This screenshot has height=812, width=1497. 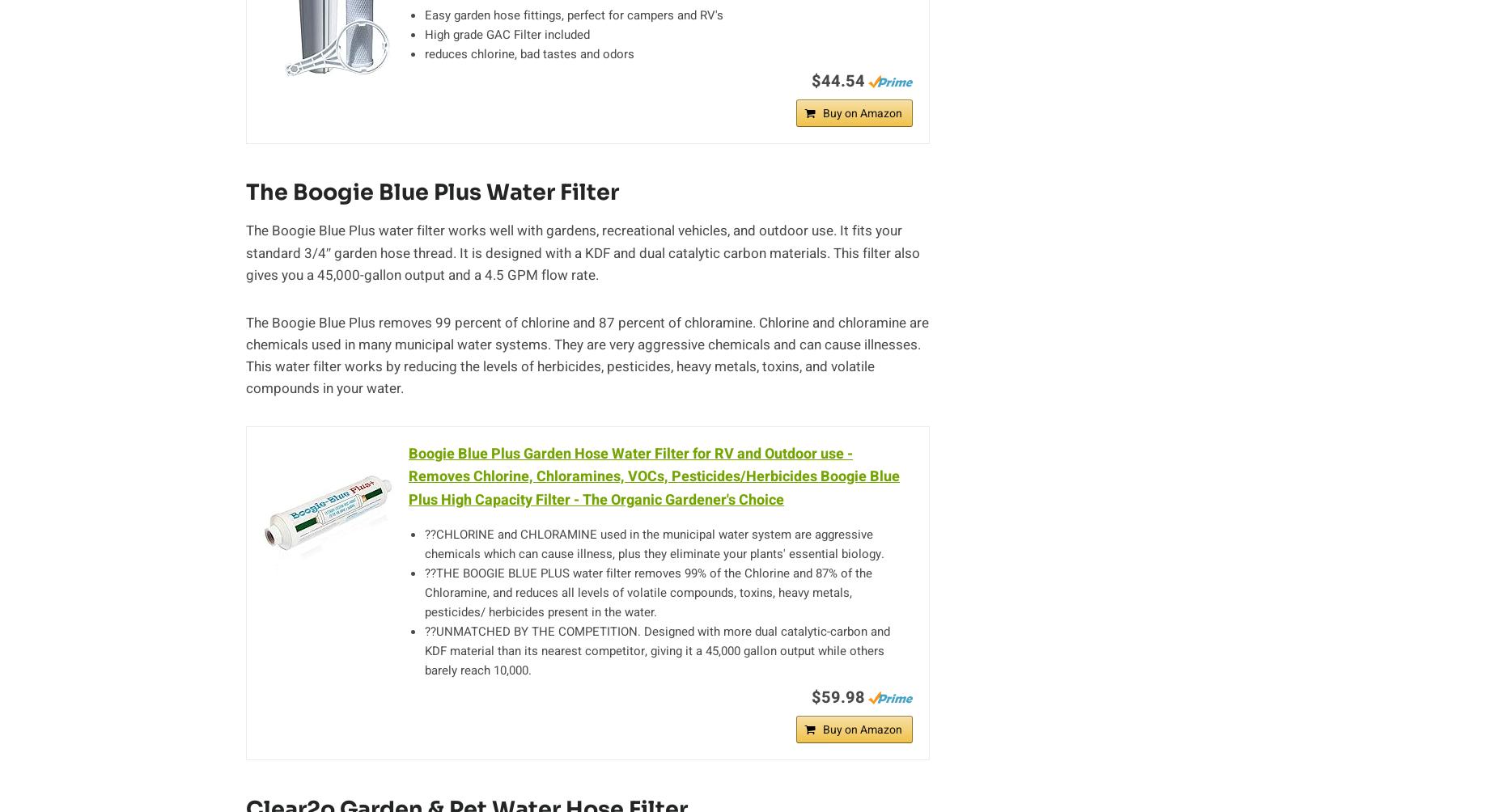 I want to click on '??CHLORINE and CHLORAMINE used in the municipal water system are aggressive chemicals which can cause illness, plus they eliminate your plants' essential biology.', so click(x=655, y=543).